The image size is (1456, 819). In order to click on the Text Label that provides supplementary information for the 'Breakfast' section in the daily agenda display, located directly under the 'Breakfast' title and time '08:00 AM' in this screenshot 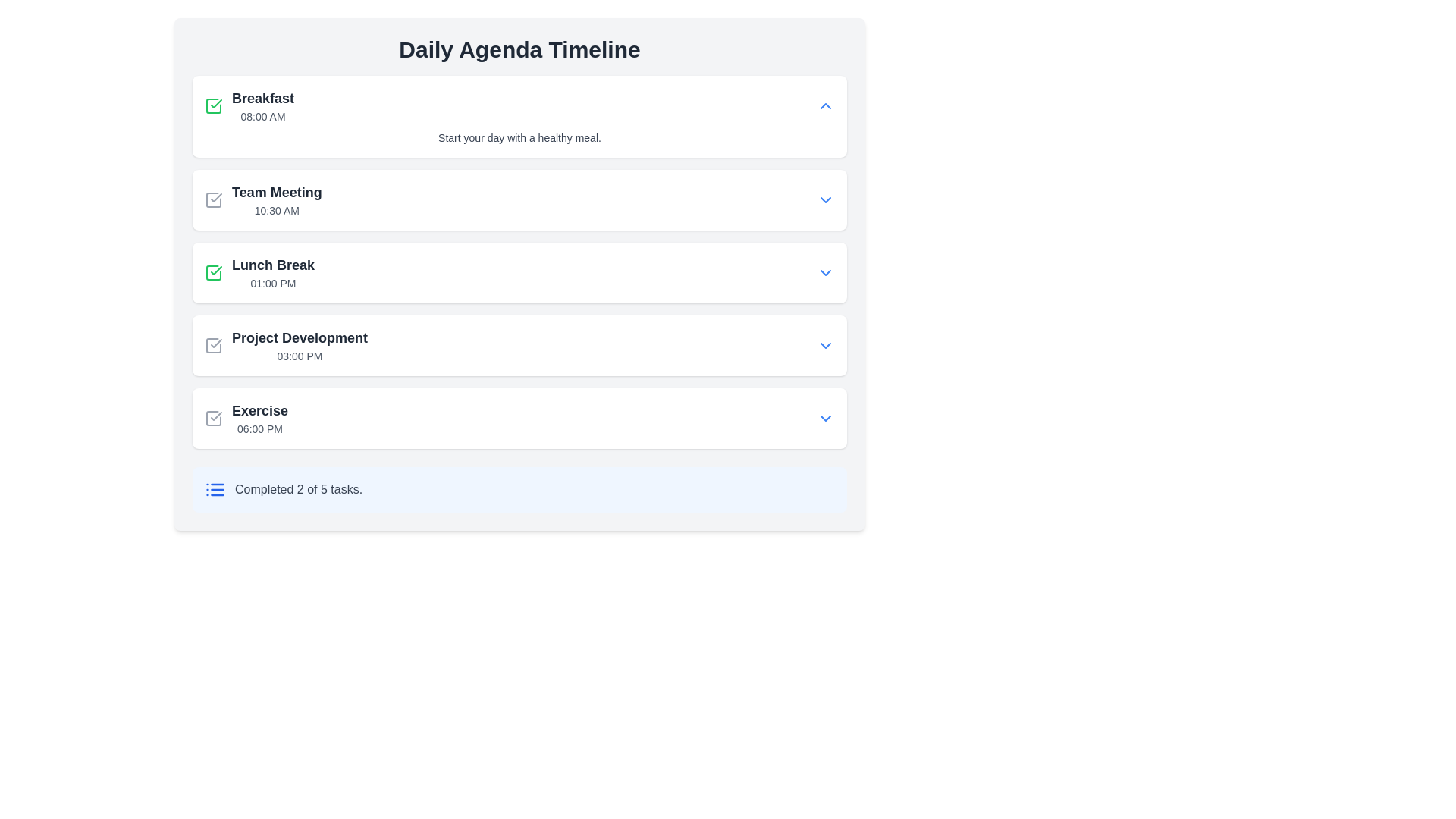, I will do `click(519, 137)`.